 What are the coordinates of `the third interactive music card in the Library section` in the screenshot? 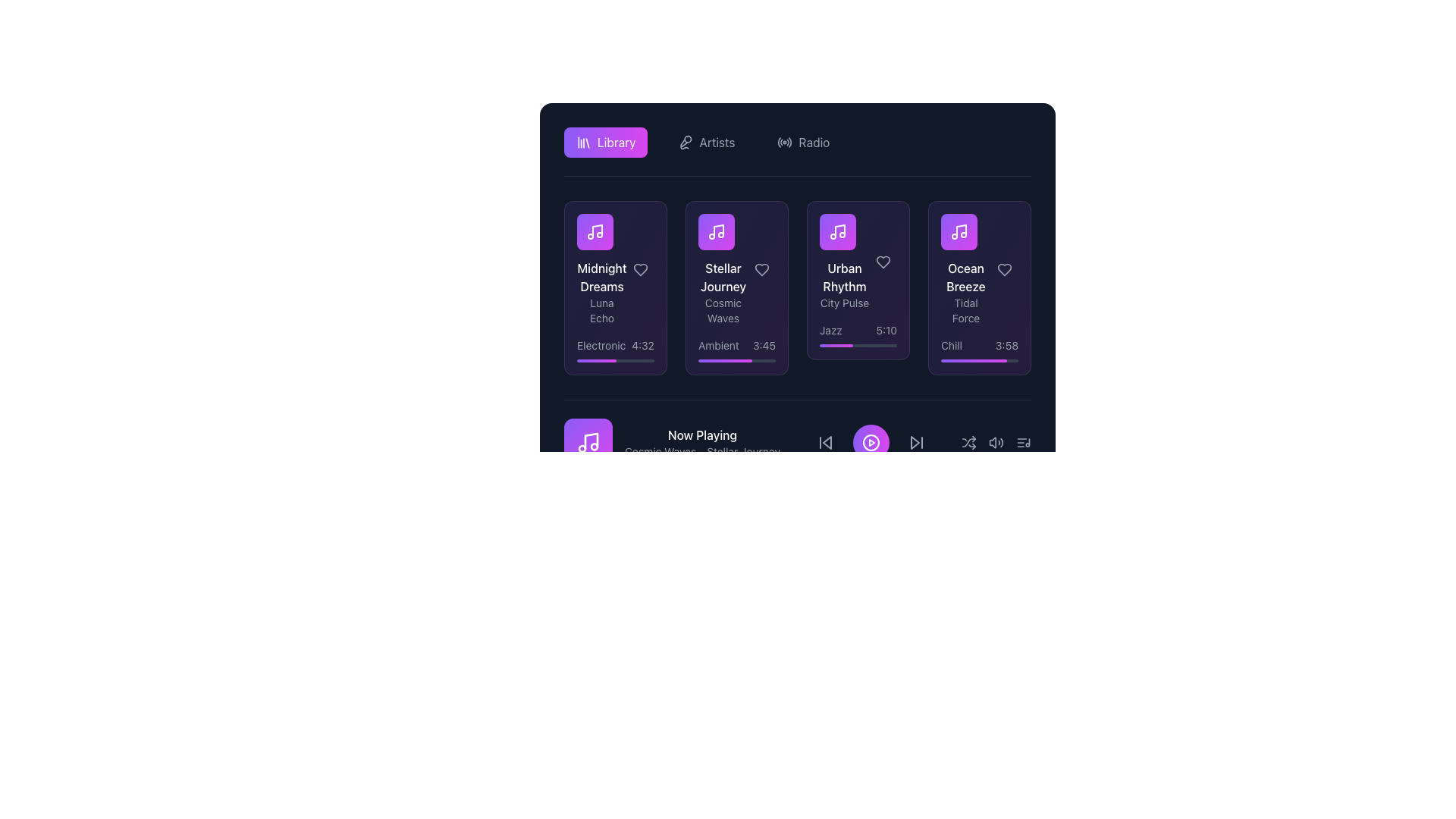 It's located at (858, 288).